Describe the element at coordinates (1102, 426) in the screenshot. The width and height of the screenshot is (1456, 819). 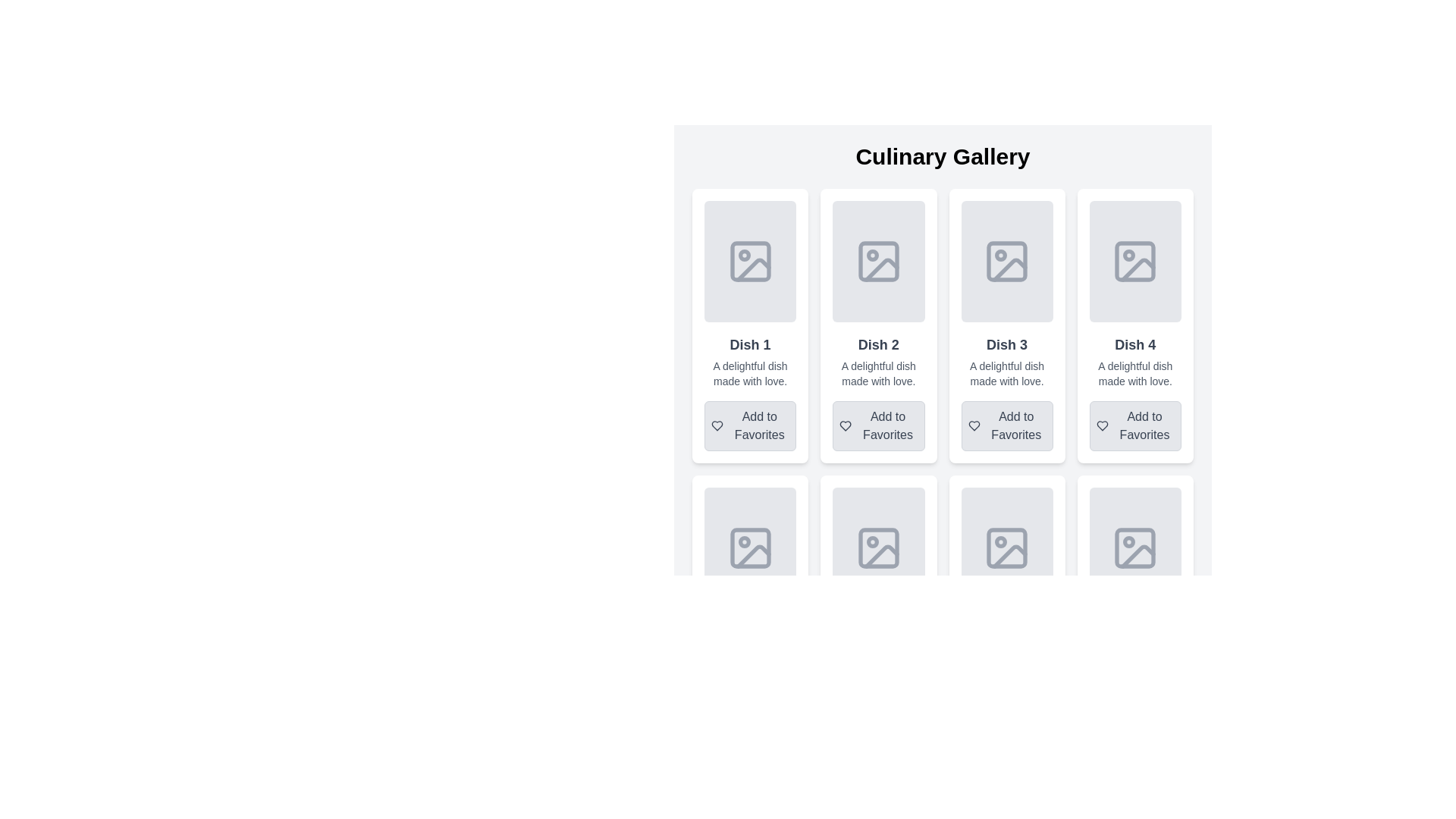
I see `the black heart-shaped icon within the 'Add to Favorites' button located in the bottom-left corner of the 'Dish 4' card to initiate the favorite action` at that location.